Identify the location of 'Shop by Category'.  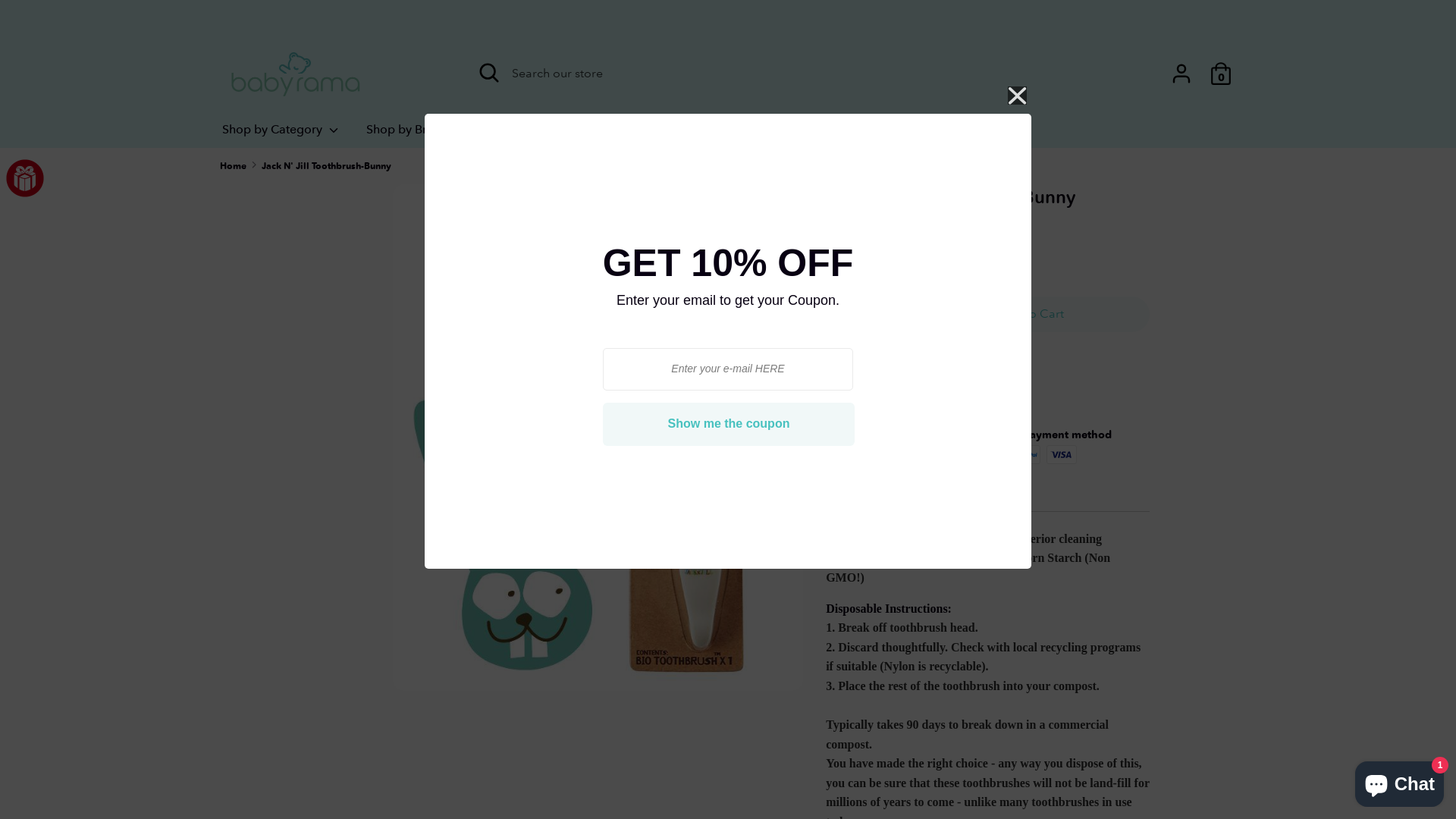
(281, 133).